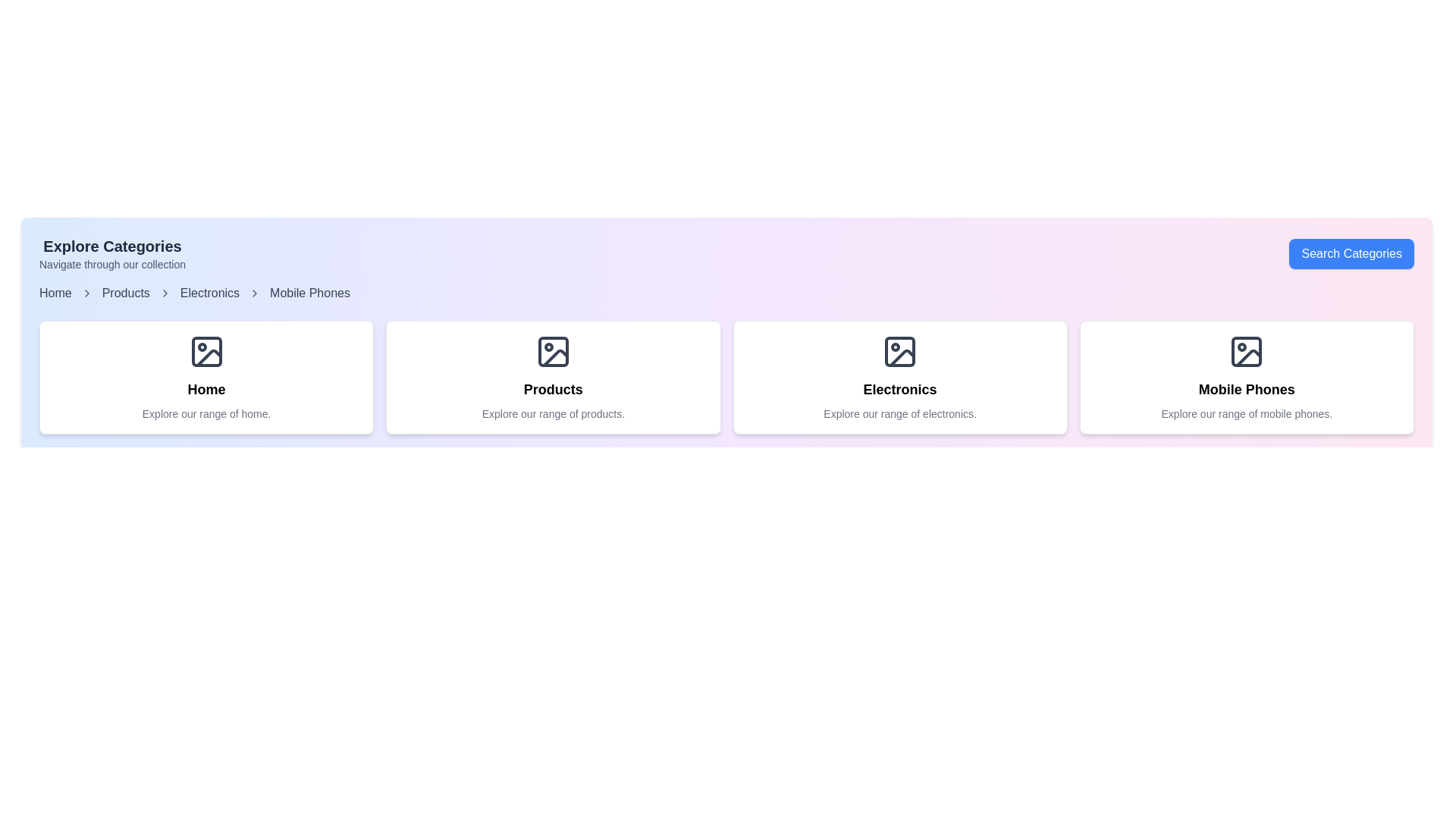  What do you see at coordinates (900, 388) in the screenshot?
I see `the 'Electronics' text label` at bounding box center [900, 388].